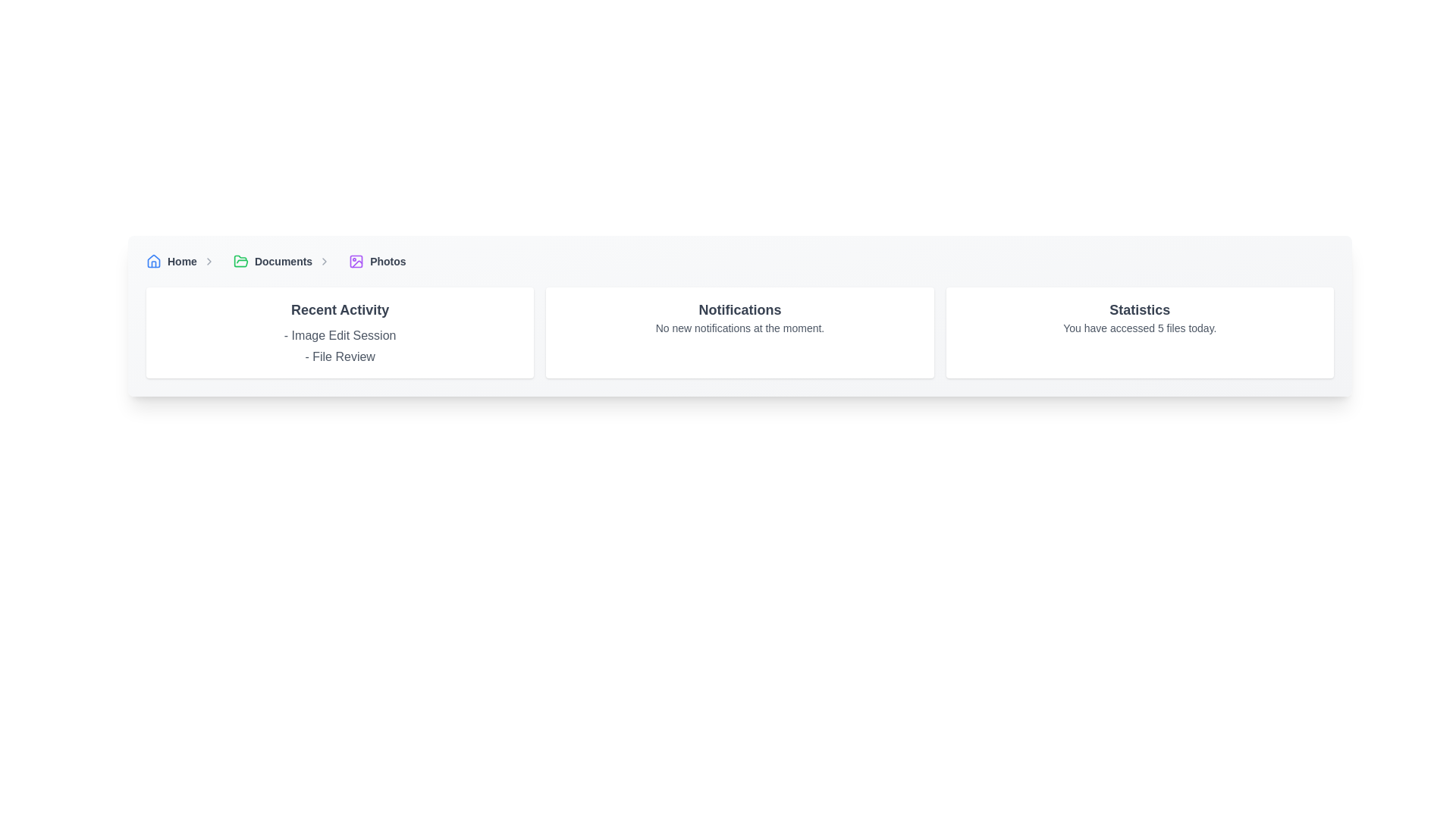 The width and height of the screenshot is (1456, 819). Describe the element at coordinates (339, 335) in the screenshot. I see `the informational text label describing the recent activity, located under the 'Recent Activity' header, specifically the first item in the vertical list` at that location.